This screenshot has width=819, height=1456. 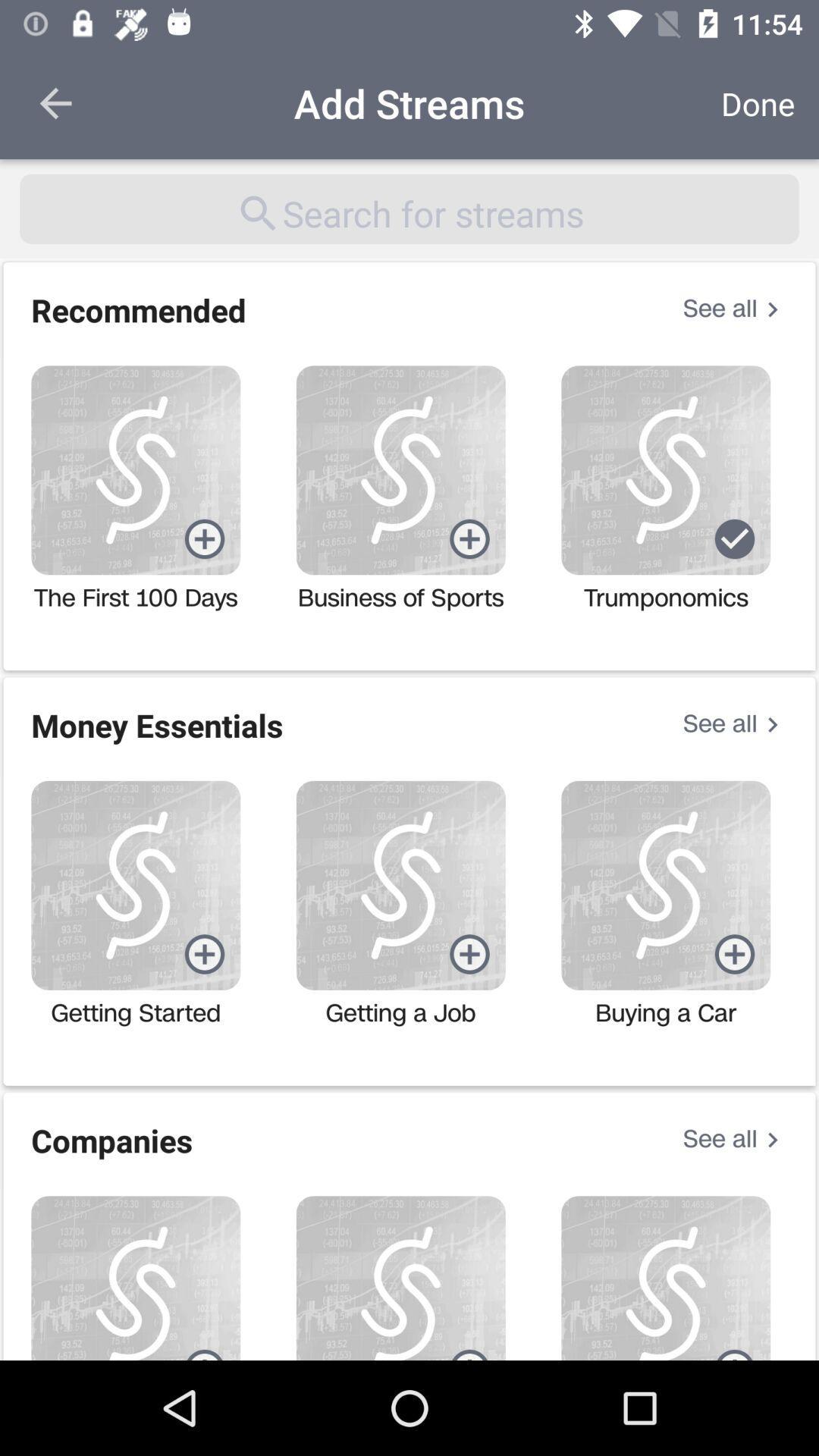 What do you see at coordinates (55, 102) in the screenshot?
I see `icon next to add streams item` at bounding box center [55, 102].